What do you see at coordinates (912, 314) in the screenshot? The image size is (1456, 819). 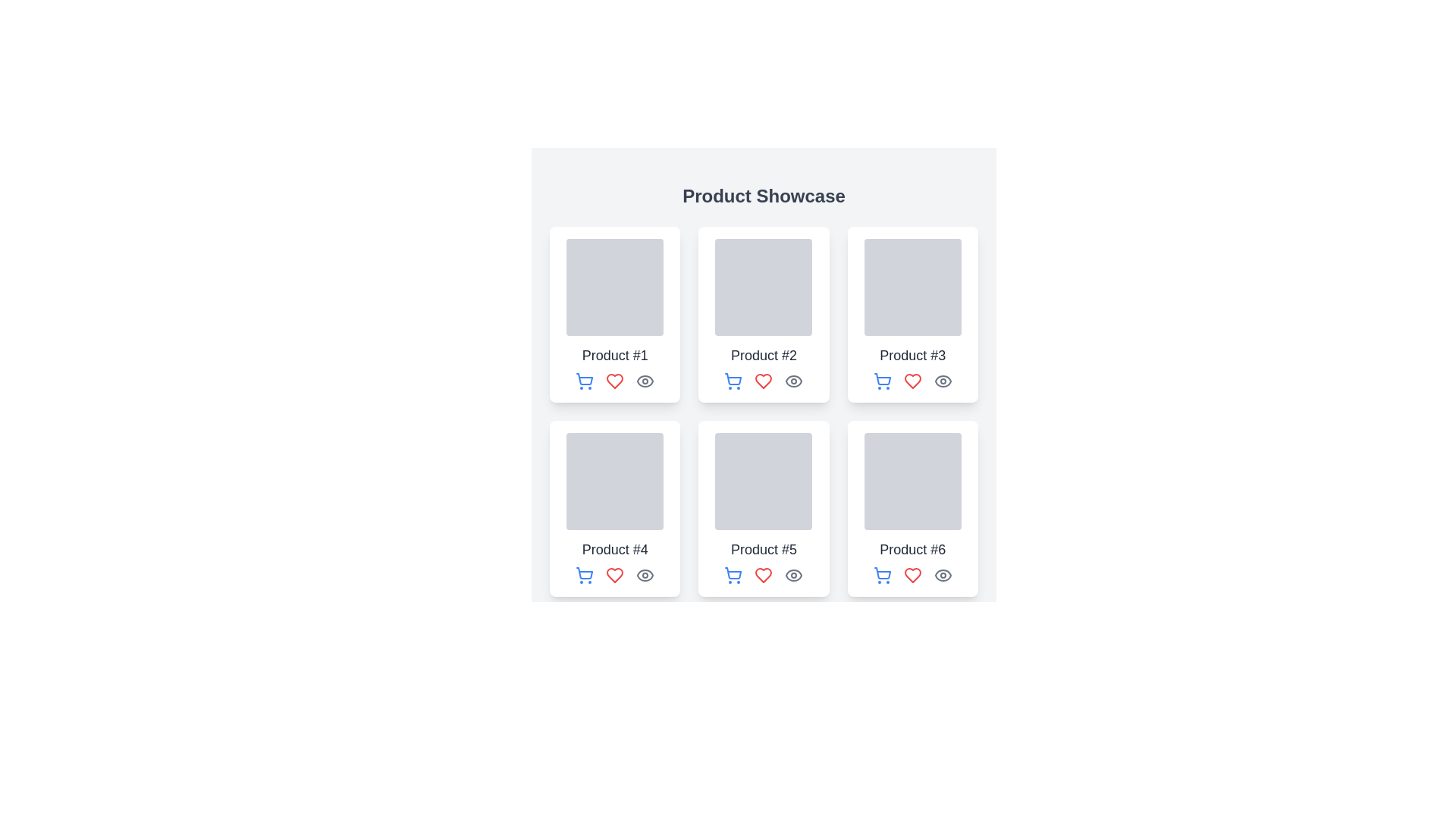 I see `the Product card labeled 'Product #3' located in the top row, third column of the grid layout` at bounding box center [912, 314].